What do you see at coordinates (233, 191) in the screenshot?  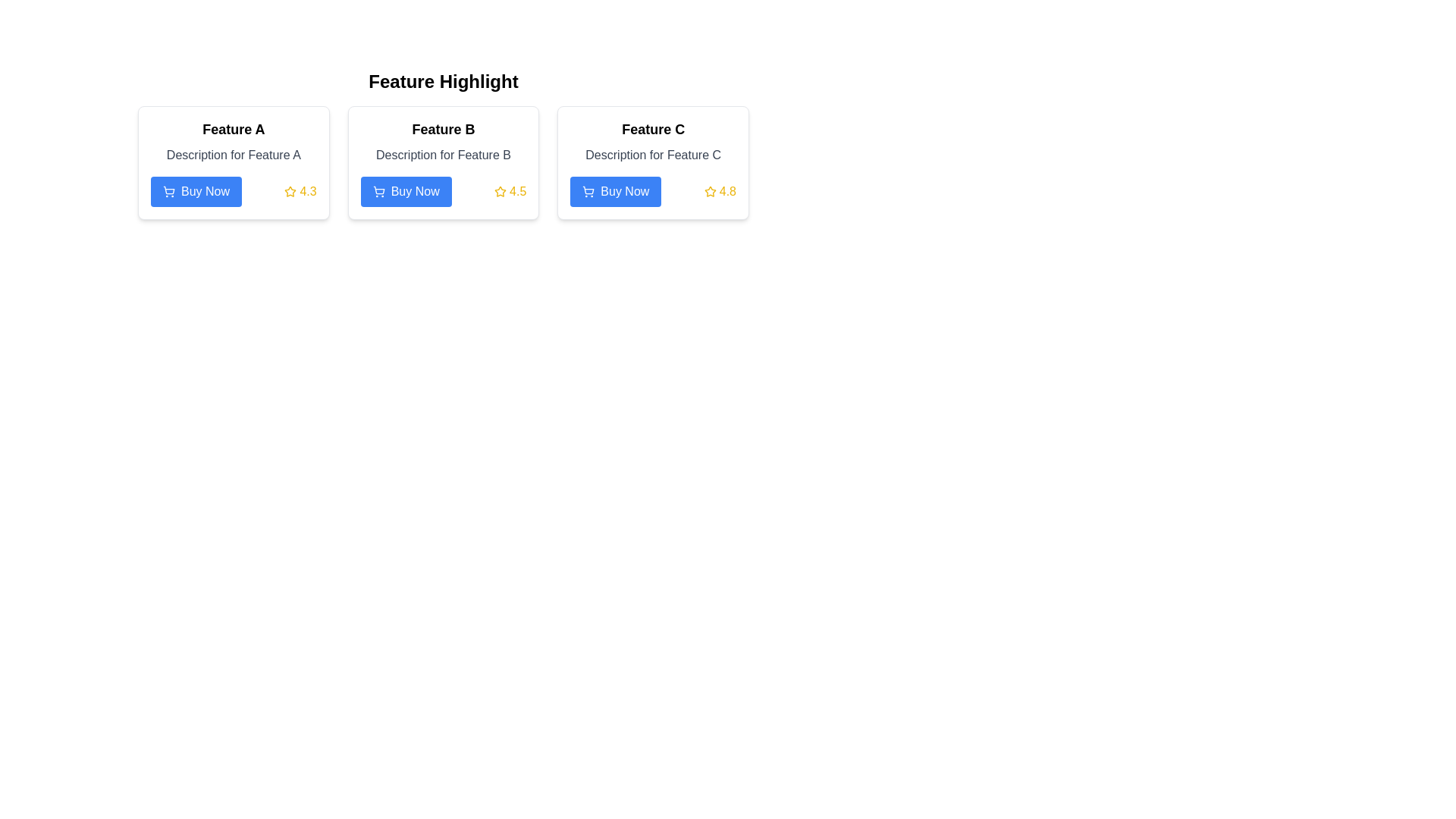 I see `the 'Buy Now' button located at the bottom of the 'Feature A' card to observe hover effects` at bounding box center [233, 191].